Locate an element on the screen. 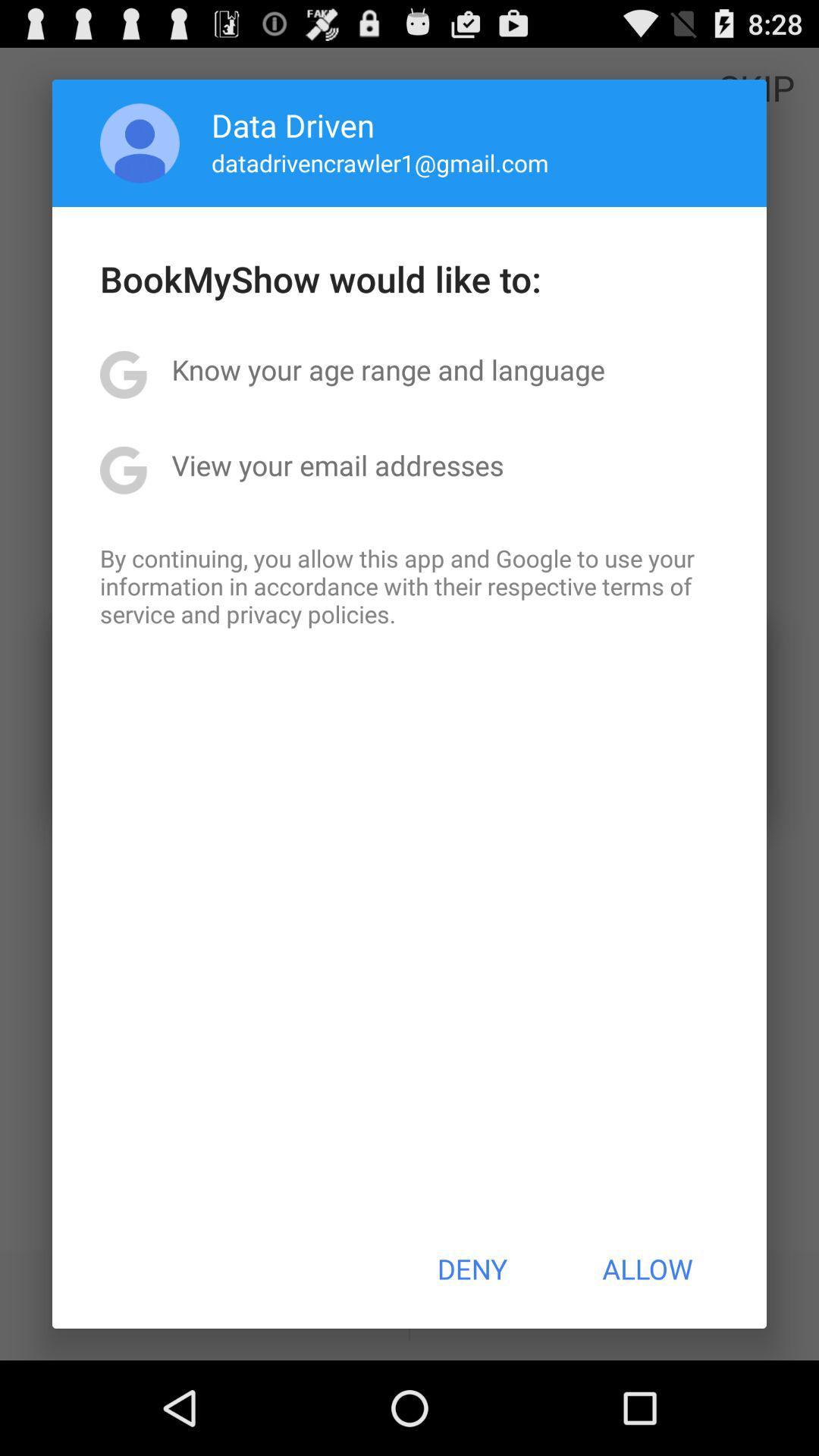 This screenshot has height=1456, width=819. icon to the left of the data driven icon is located at coordinates (140, 143).